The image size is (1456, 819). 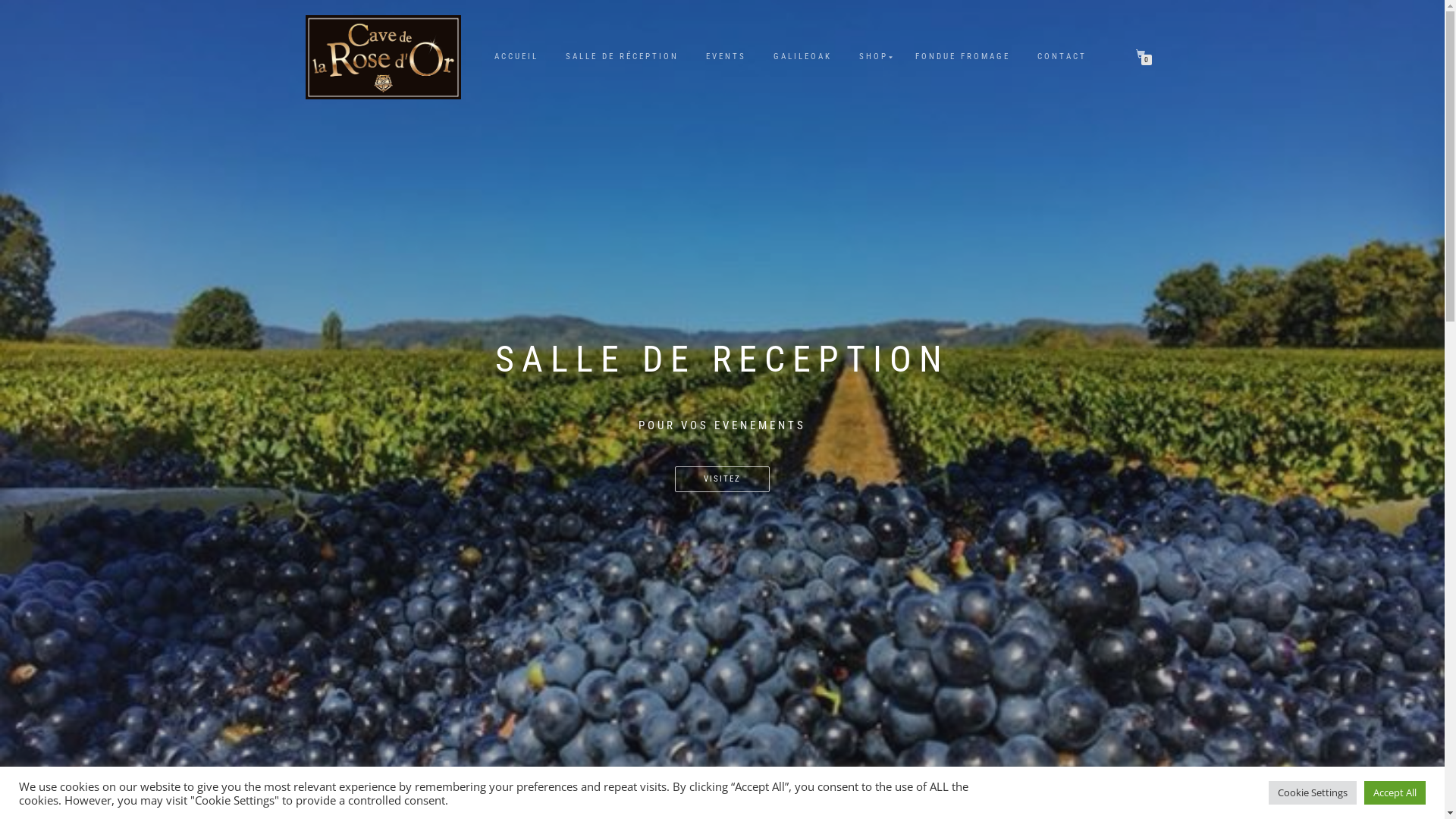 I want to click on '0', so click(x=1143, y=54).